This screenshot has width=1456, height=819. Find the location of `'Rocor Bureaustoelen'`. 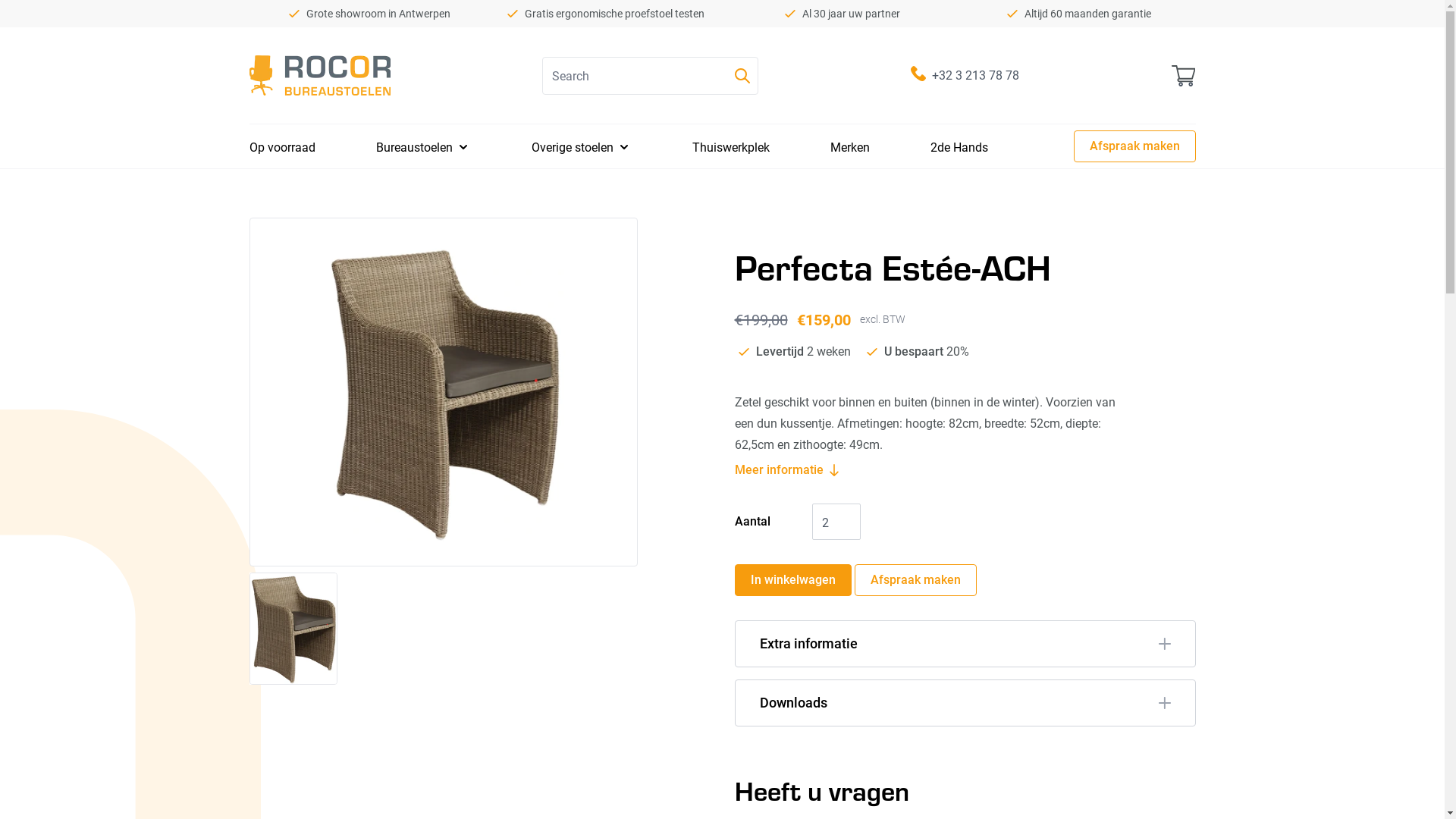

'Rocor Bureaustoelen' is located at coordinates (248, 75).